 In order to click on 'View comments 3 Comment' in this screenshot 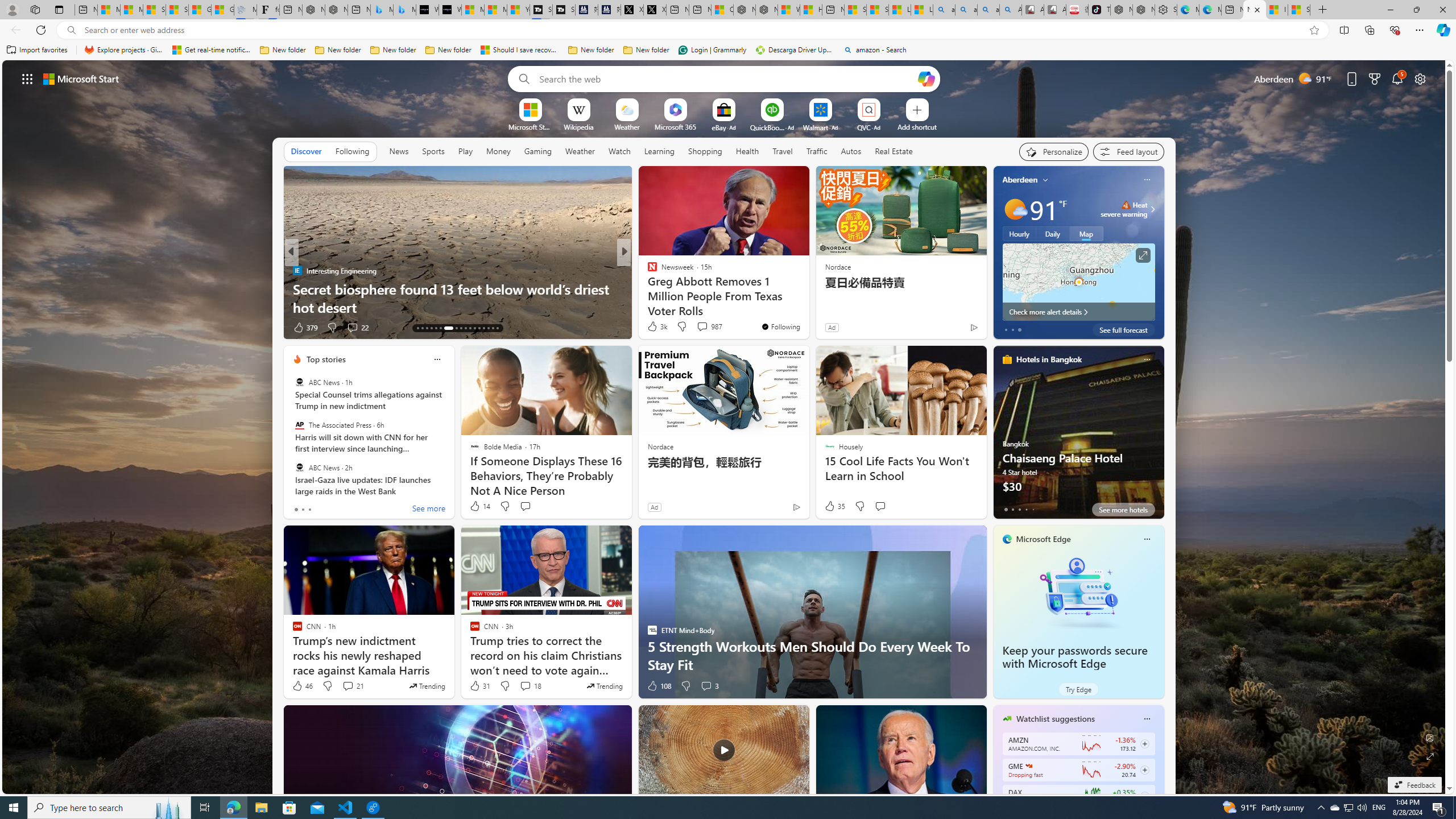, I will do `click(705, 686)`.